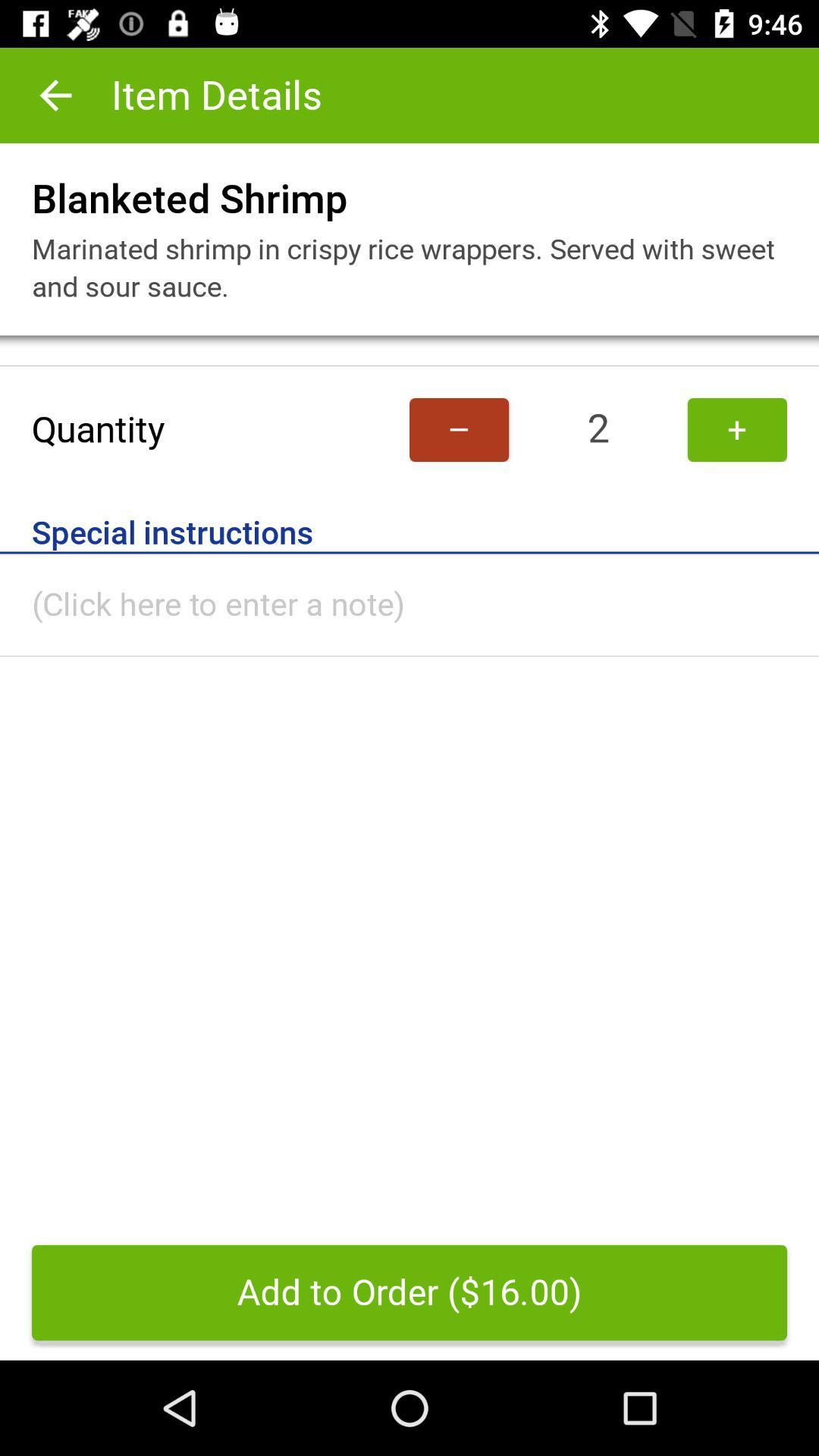  What do you see at coordinates (458, 428) in the screenshot?
I see `item to the left of 2` at bounding box center [458, 428].